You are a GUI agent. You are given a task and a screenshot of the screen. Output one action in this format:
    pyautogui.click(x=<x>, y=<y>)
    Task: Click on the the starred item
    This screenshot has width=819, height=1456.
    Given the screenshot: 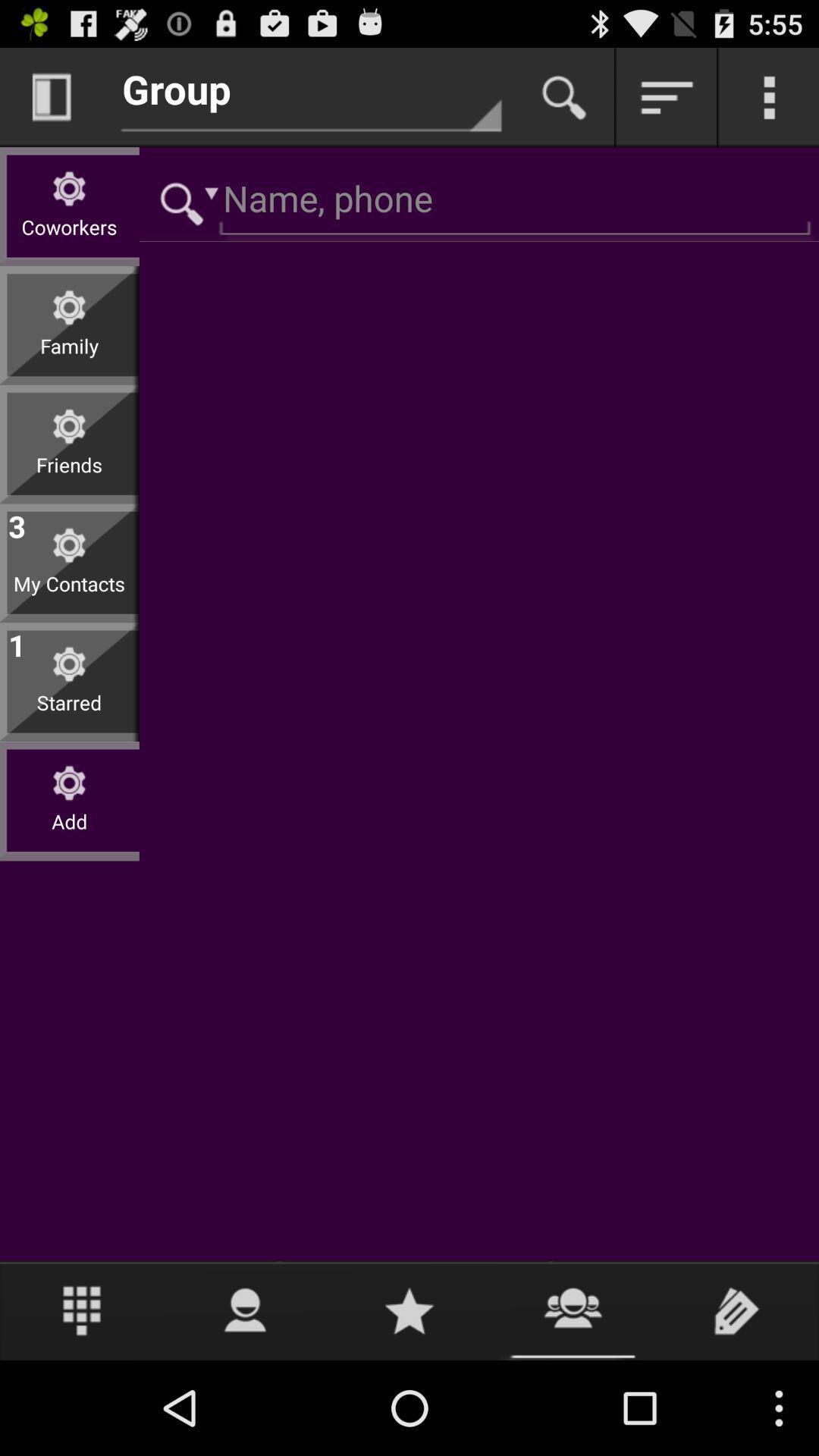 What is the action you would take?
    pyautogui.click(x=69, y=714)
    